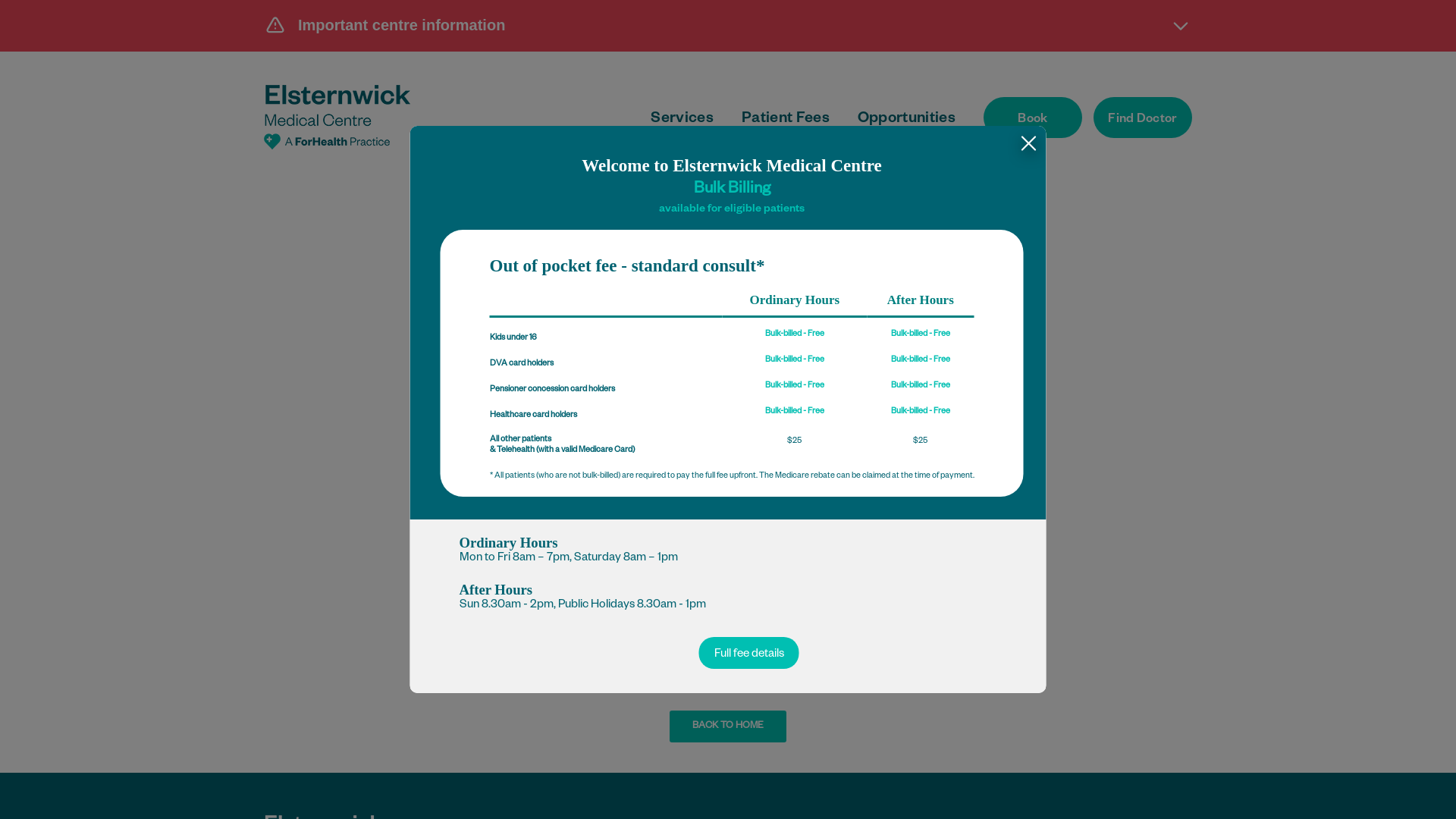  What do you see at coordinates (728, 25) in the screenshot?
I see `'Important centre information'` at bounding box center [728, 25].